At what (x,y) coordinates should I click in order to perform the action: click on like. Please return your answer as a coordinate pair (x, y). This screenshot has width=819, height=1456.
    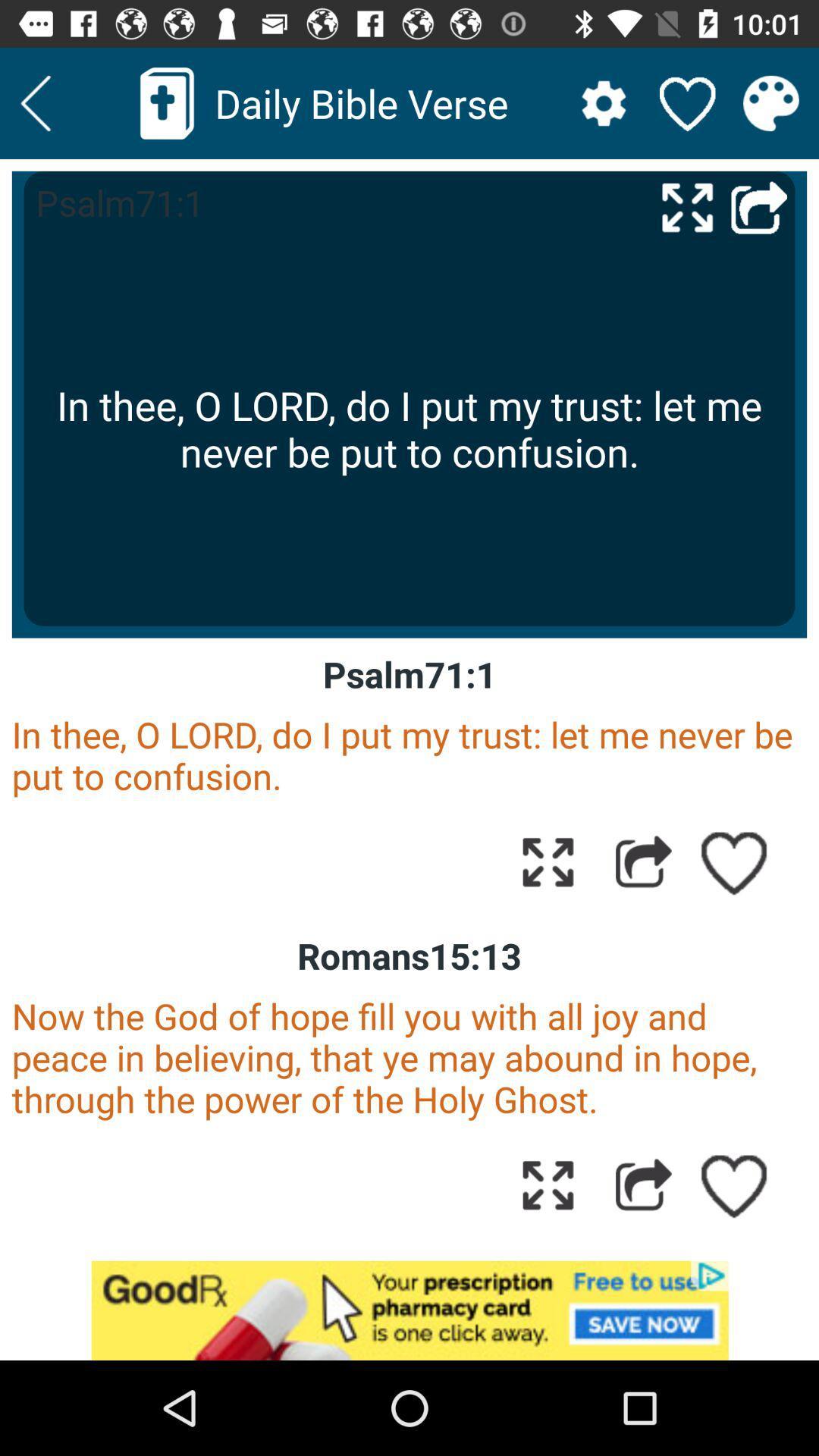
    Looking at the image, I should click on (734, 1184).